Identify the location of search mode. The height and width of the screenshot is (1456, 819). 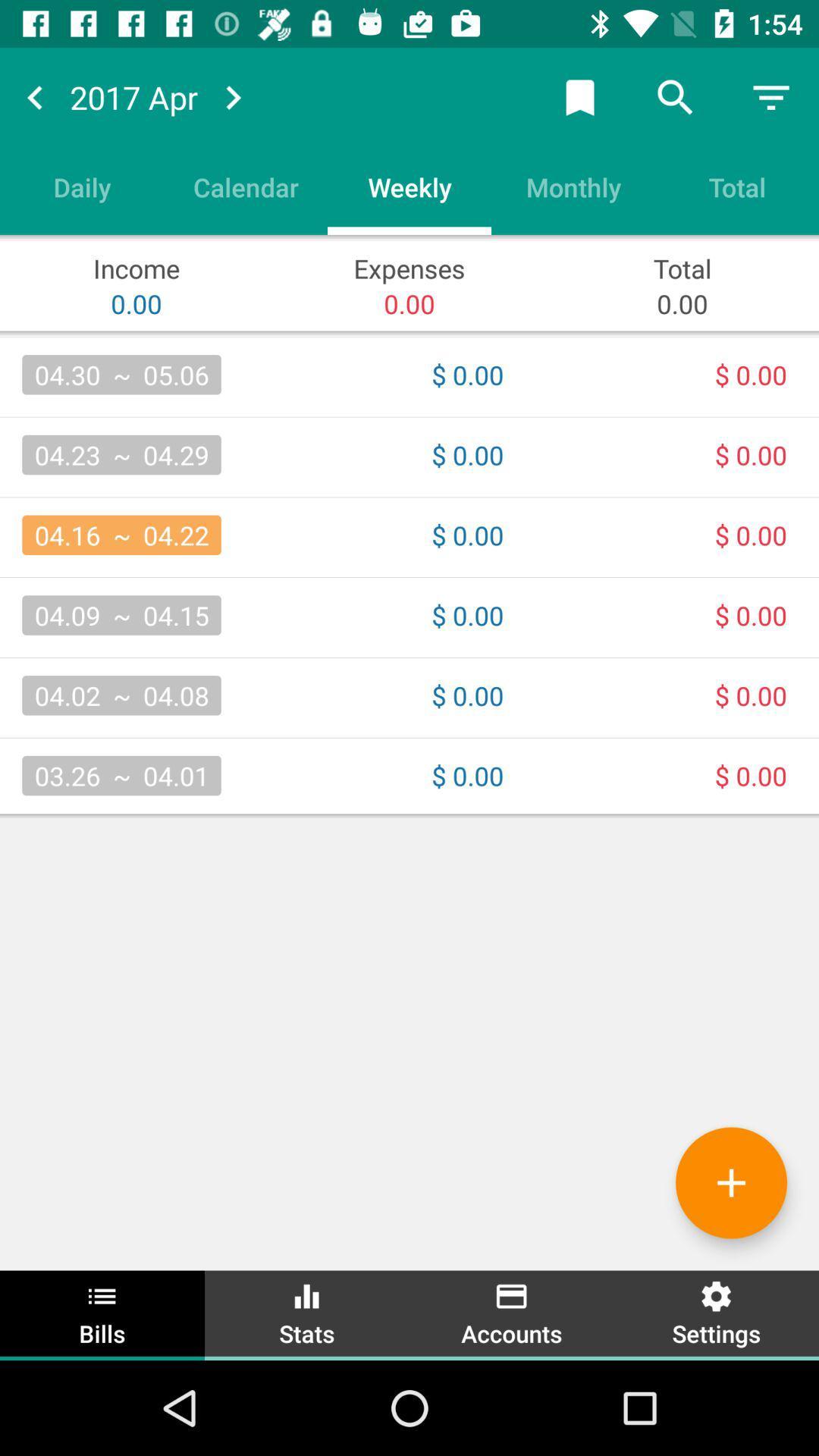
(675, 96).